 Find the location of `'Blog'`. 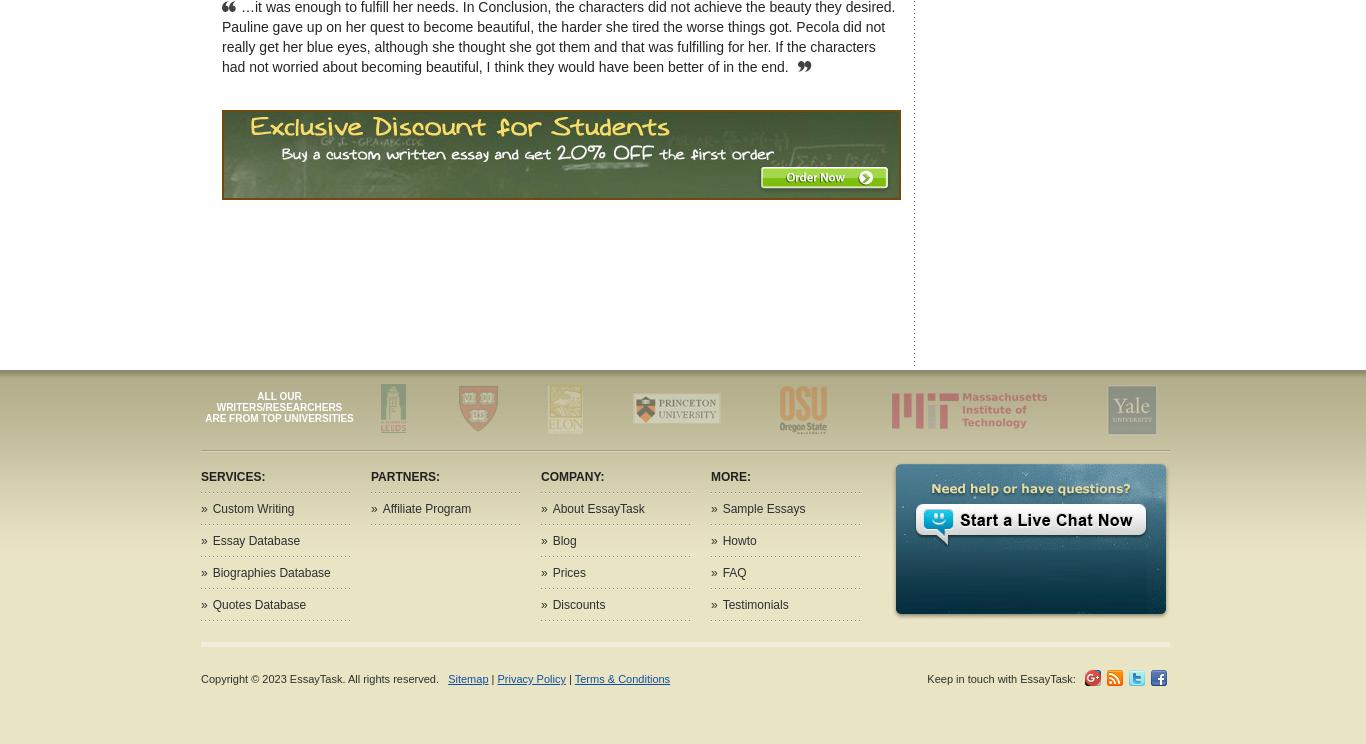

'Blog' is located at coordinates (564, 540).